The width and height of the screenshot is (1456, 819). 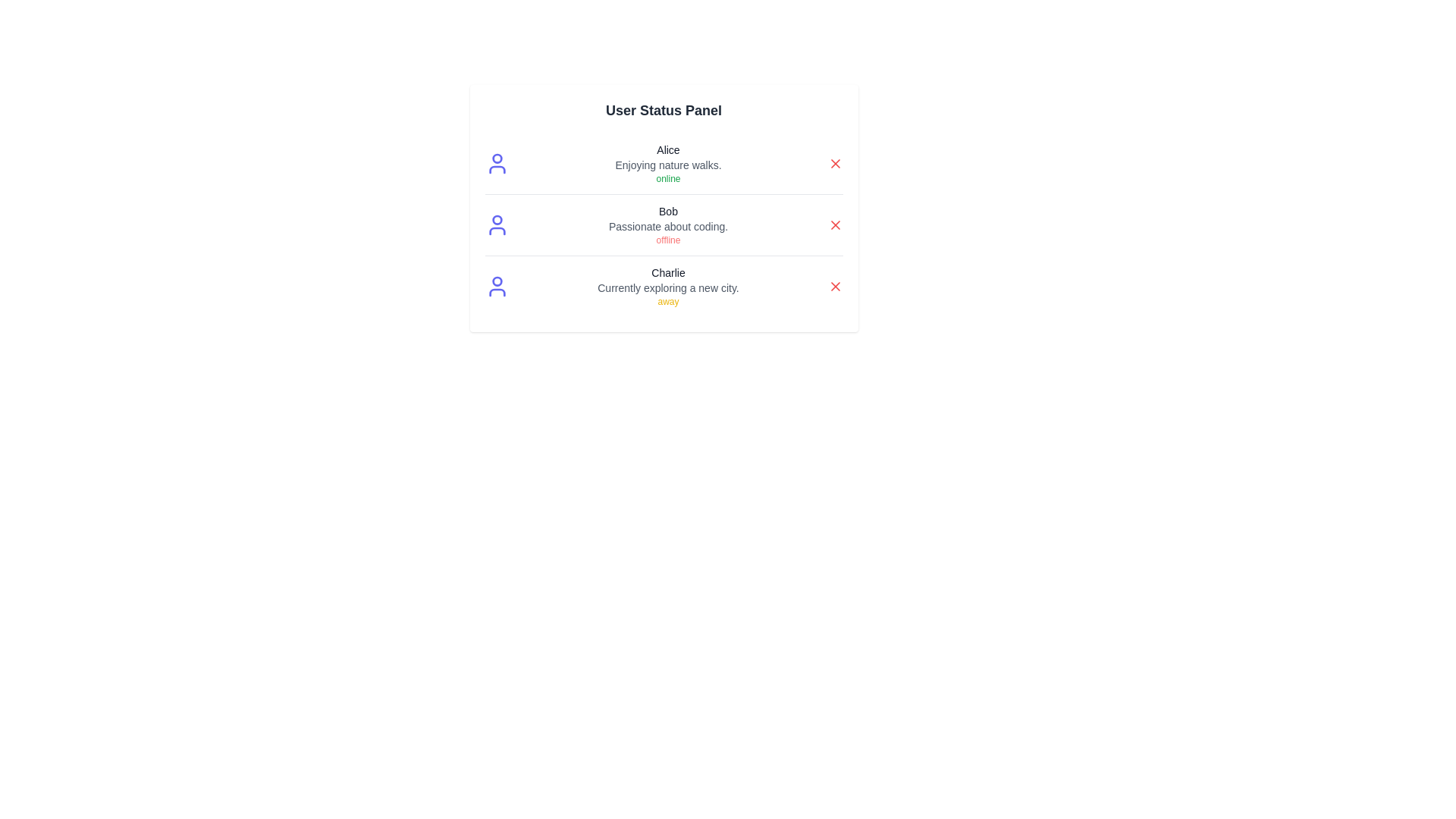 What do you see at coordinates (664, 164) in the screenshot?
I see `the user name 'Alice' or the status message 'Enjoying nature walks.' in the User status row/card to focus on their details` at bounding box center [664, 164].